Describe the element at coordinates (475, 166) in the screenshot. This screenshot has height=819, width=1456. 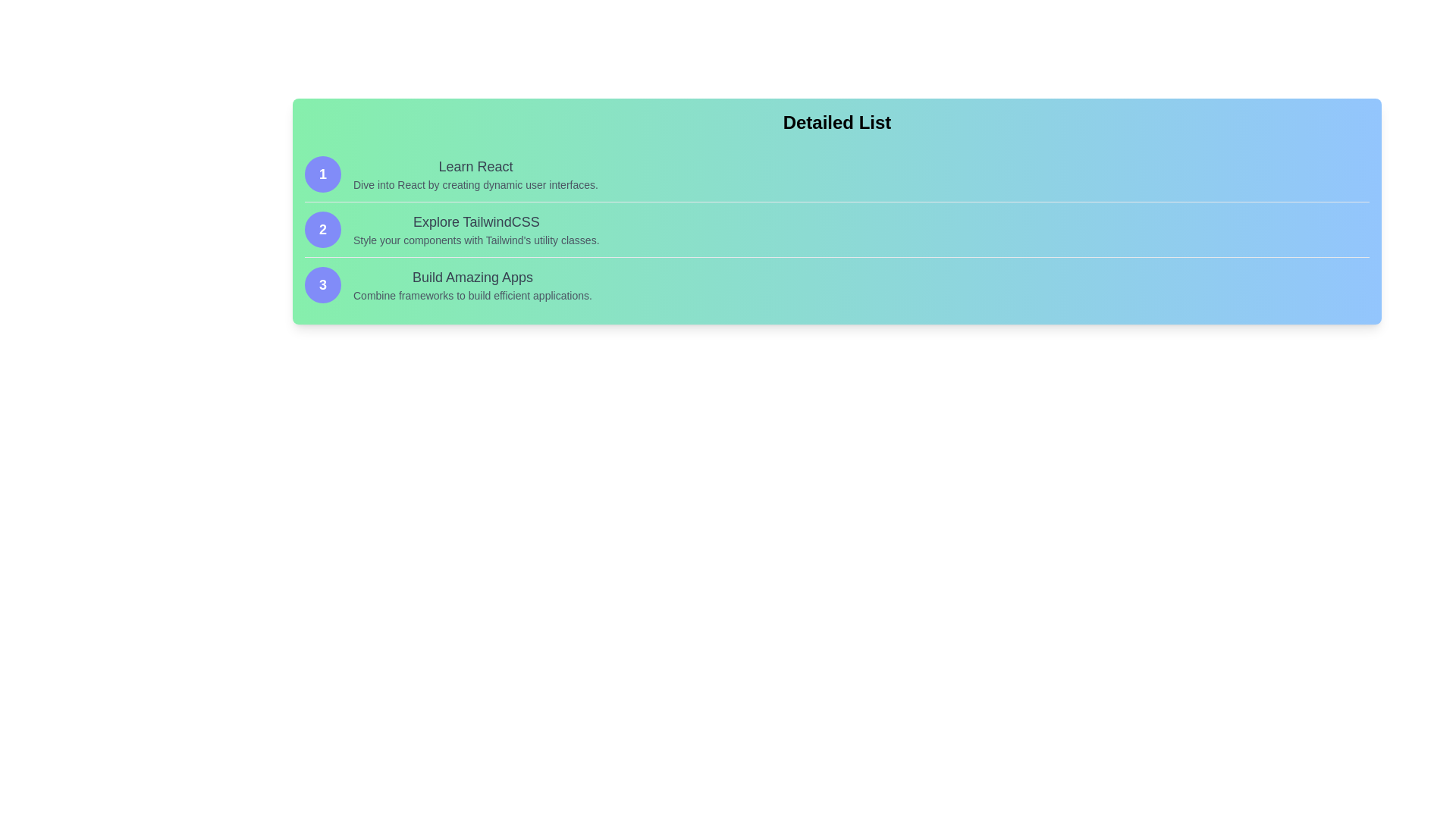
I see `the text element that displays 'Learn React', which is styled in bold and dark gray, located at the top of a list structure` at that location.